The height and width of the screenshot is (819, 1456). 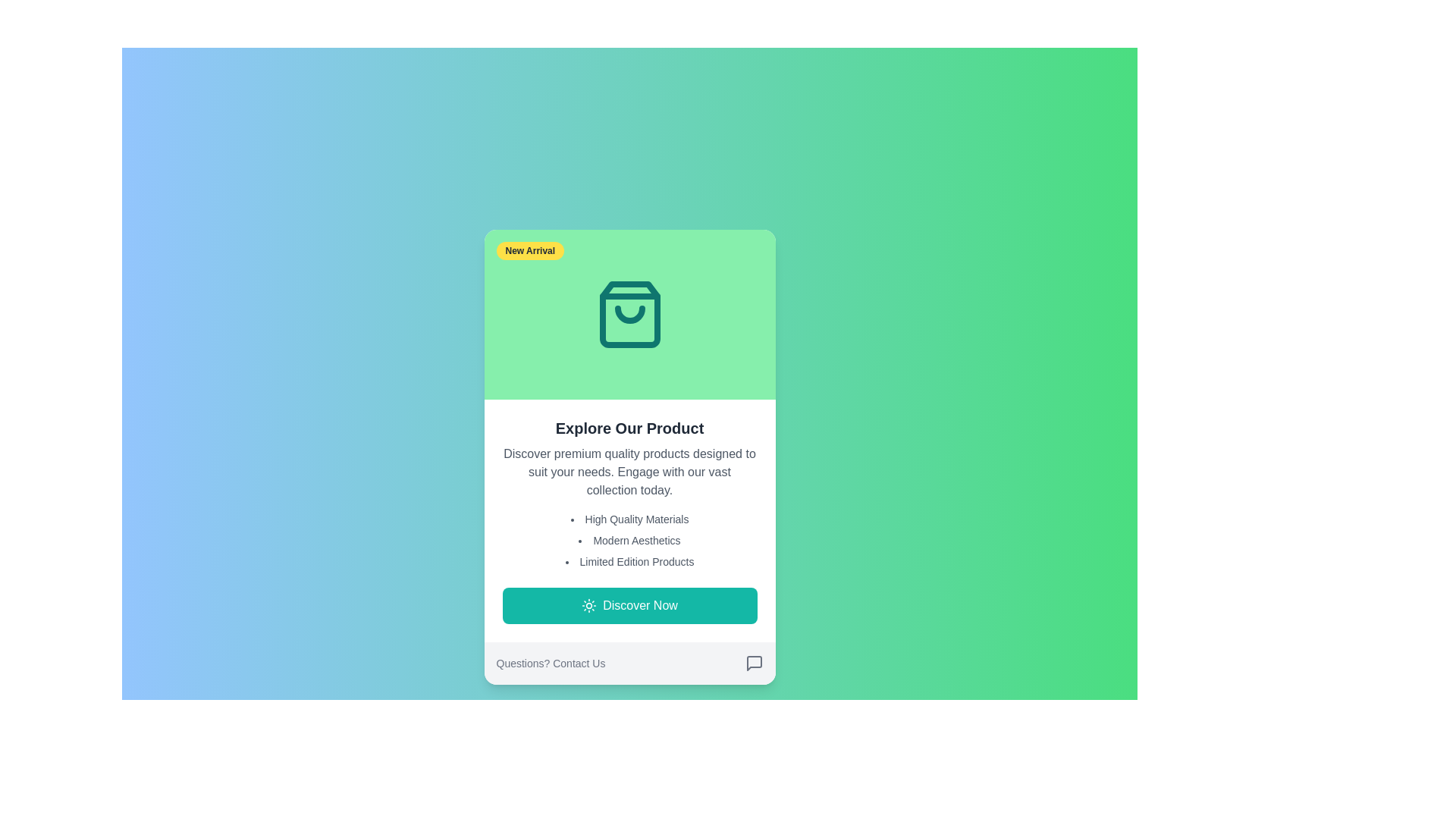 I want to click on the sun icon located to the immediate left of the 'Discover Now' text within the button under the 'Explore Our Product' description, so click(x=588, y=604).